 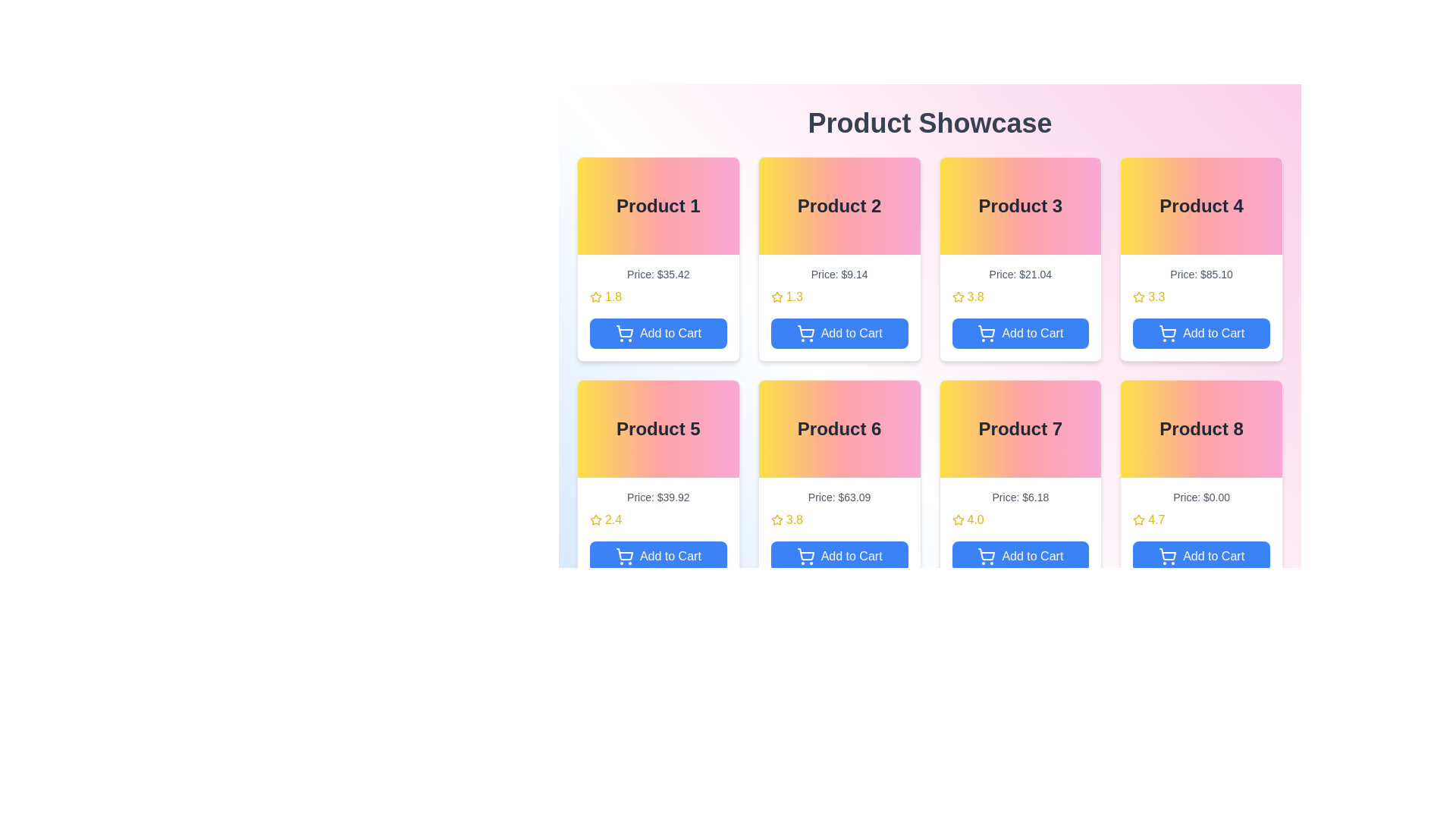 I want to click on the blue rectangular 'Add to Cart' button with a shopping cart icon, so click(x=658, y=556).